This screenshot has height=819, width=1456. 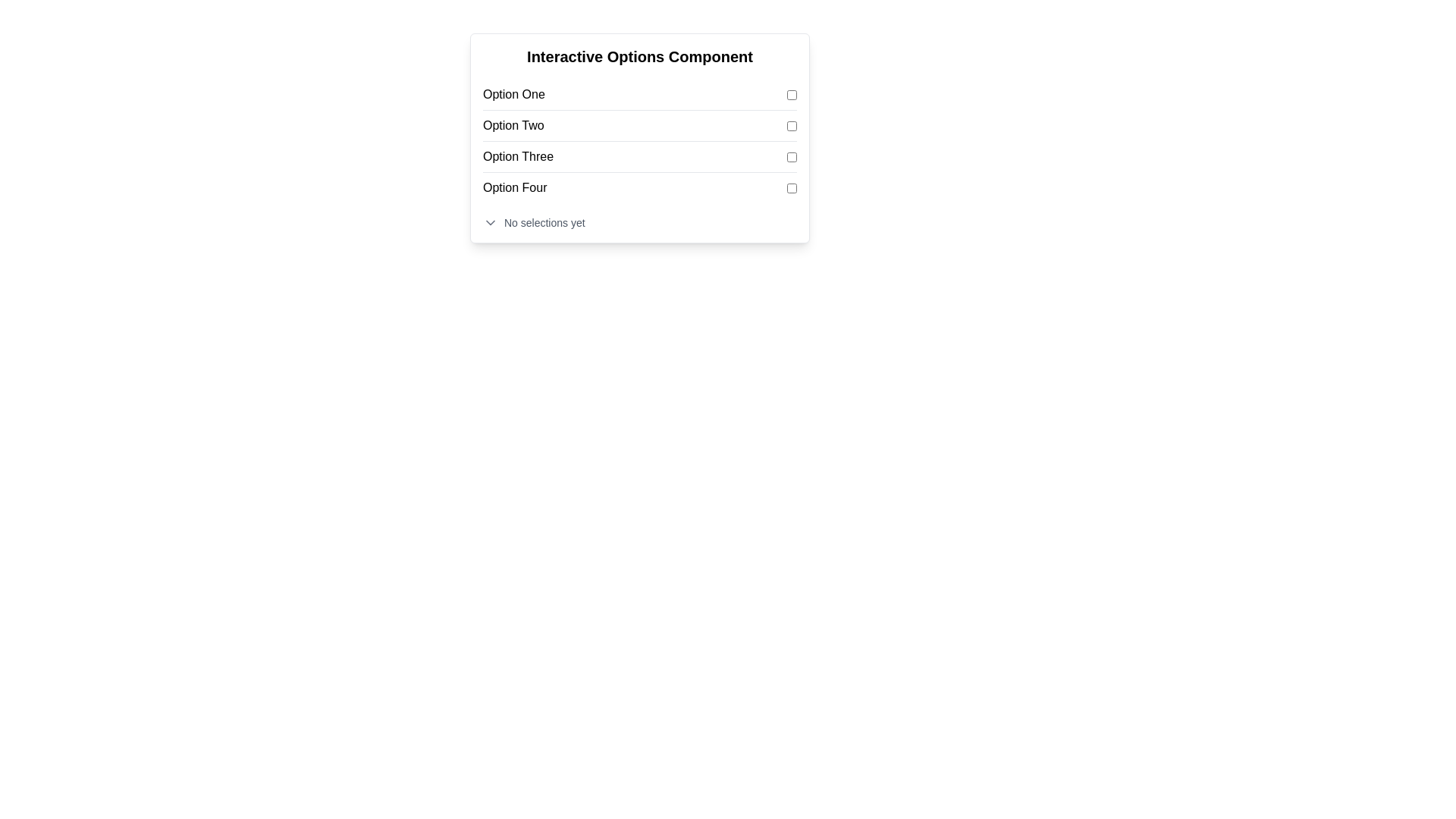 I want to click on the checkbox for 'Option Two' in the grouped checkboxes within the 'Interactive Options Component', so click(x=640, y=141).